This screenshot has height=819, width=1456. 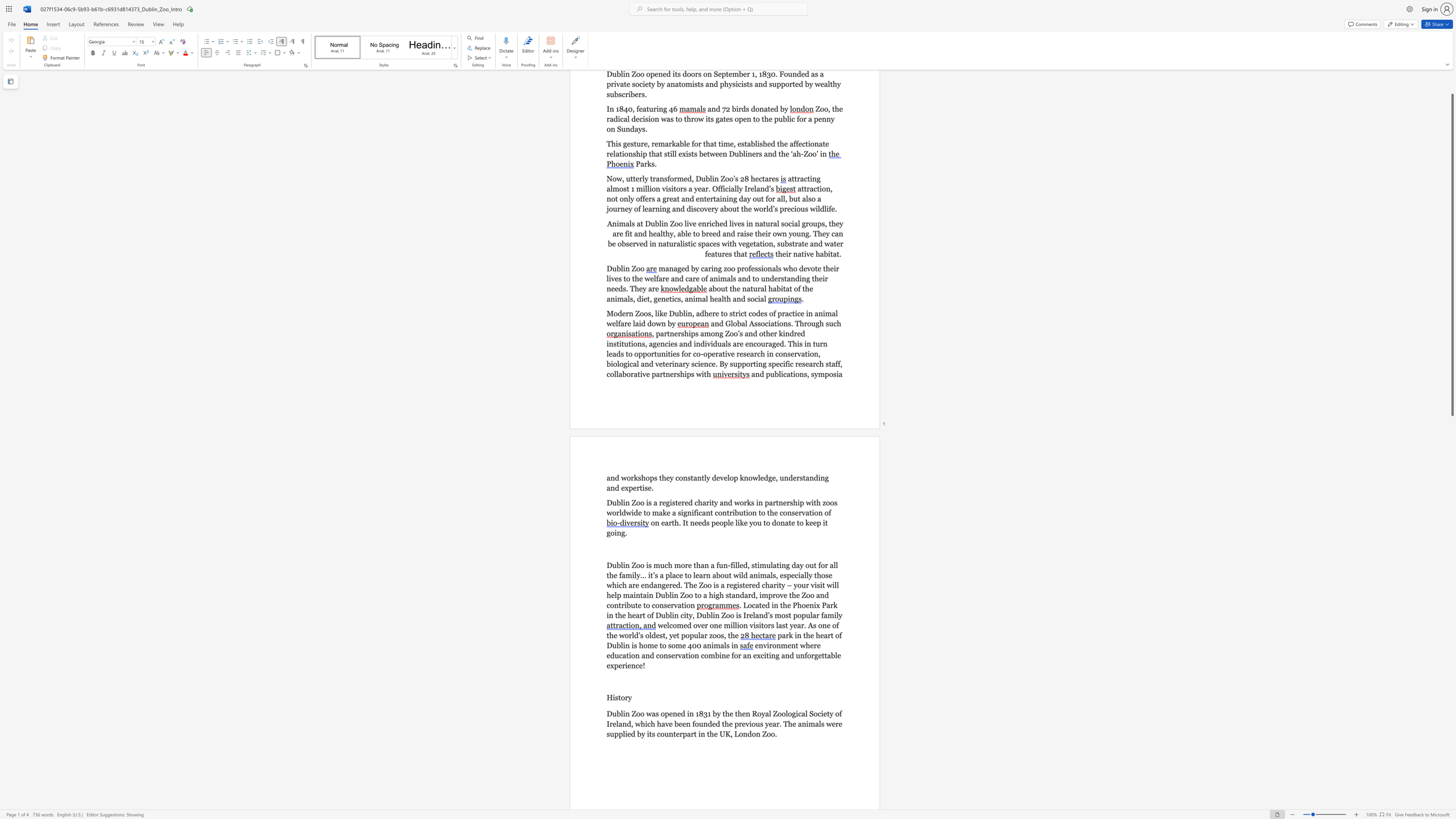 What do you see at coordinates (606, 179) in the screenshot?
I see `the subset text "Now, u" within the text "Now, utterly transformed, Dublin Zoo’s 28 hectares"` at bounding box center [606, 179].